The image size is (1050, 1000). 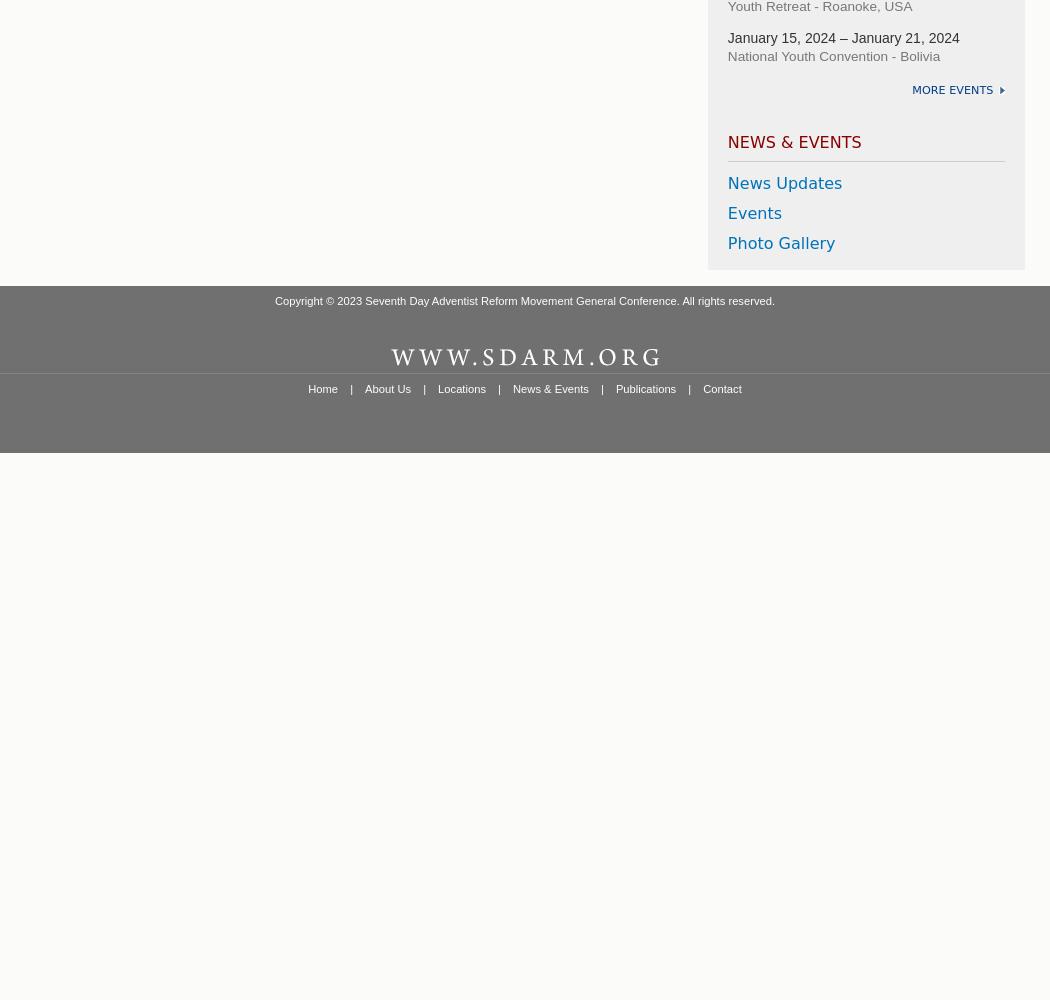 I want to click on 'MORE EVENTS', so click(x=951, y=88).